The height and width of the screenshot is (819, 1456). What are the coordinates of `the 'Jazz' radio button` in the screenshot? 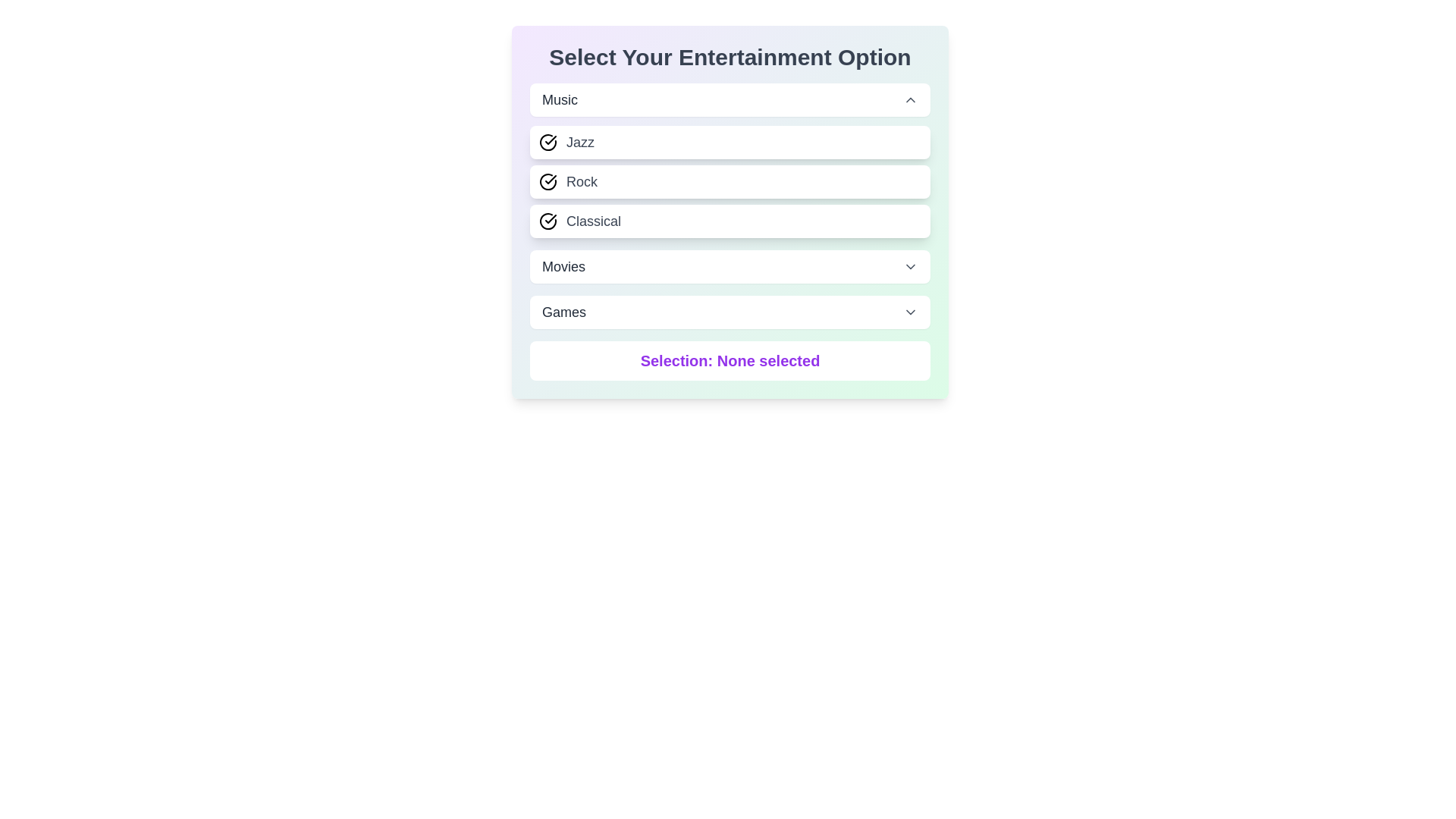 It's located at (730, 143).